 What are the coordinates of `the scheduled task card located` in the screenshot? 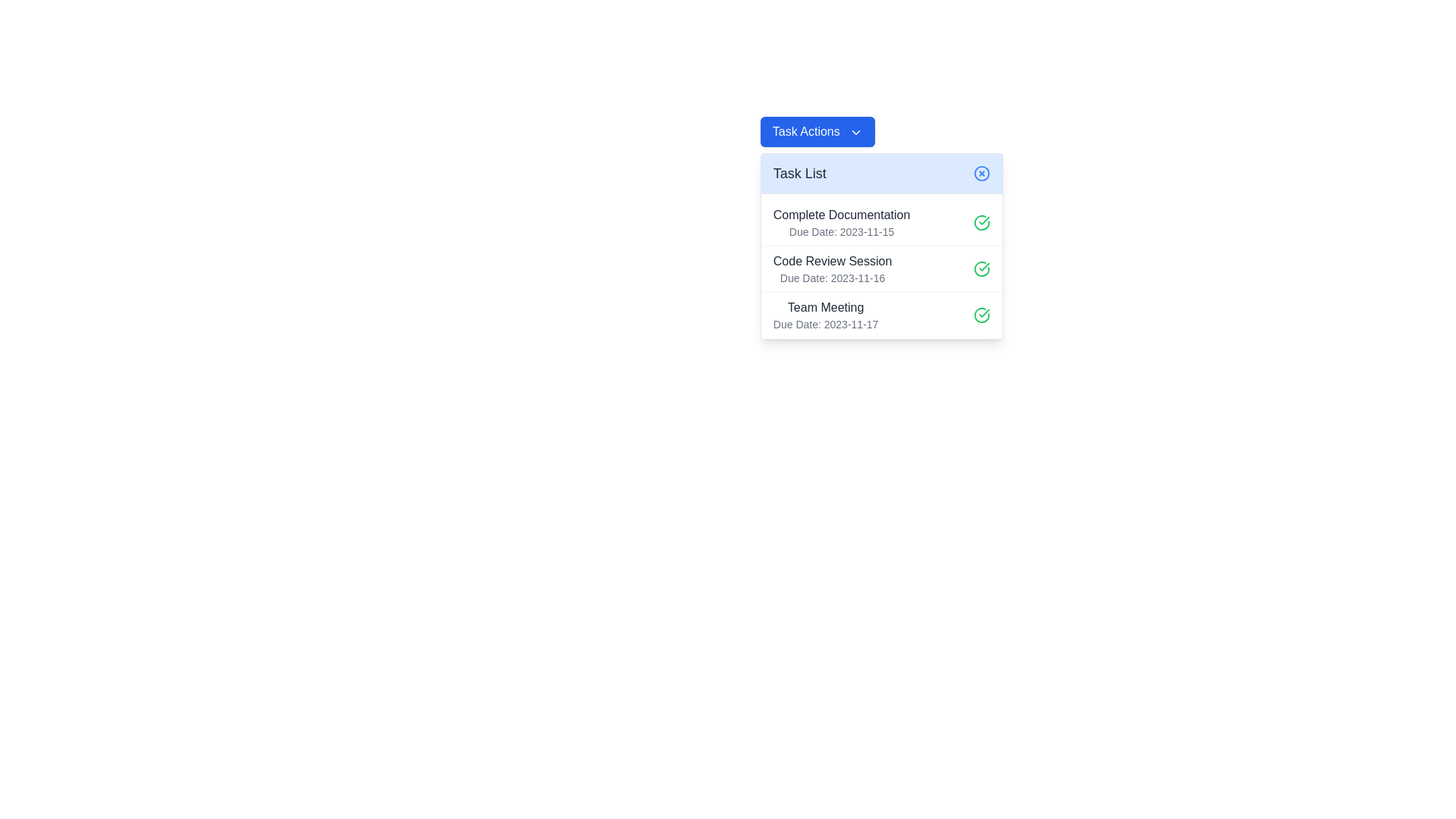 It's located at (881, 268).